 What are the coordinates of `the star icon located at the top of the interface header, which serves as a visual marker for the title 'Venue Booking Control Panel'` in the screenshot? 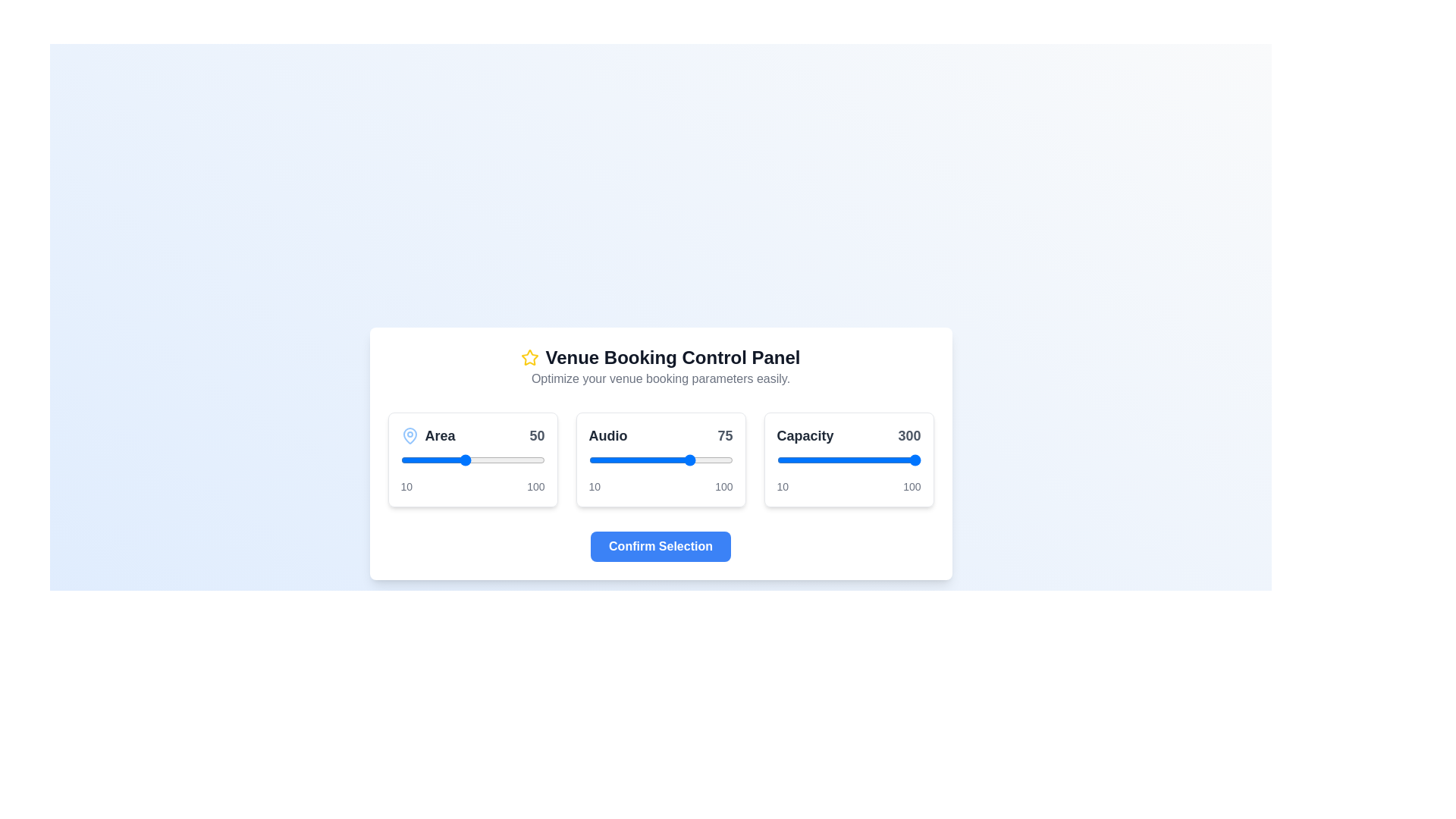 It's located at (530, 356).